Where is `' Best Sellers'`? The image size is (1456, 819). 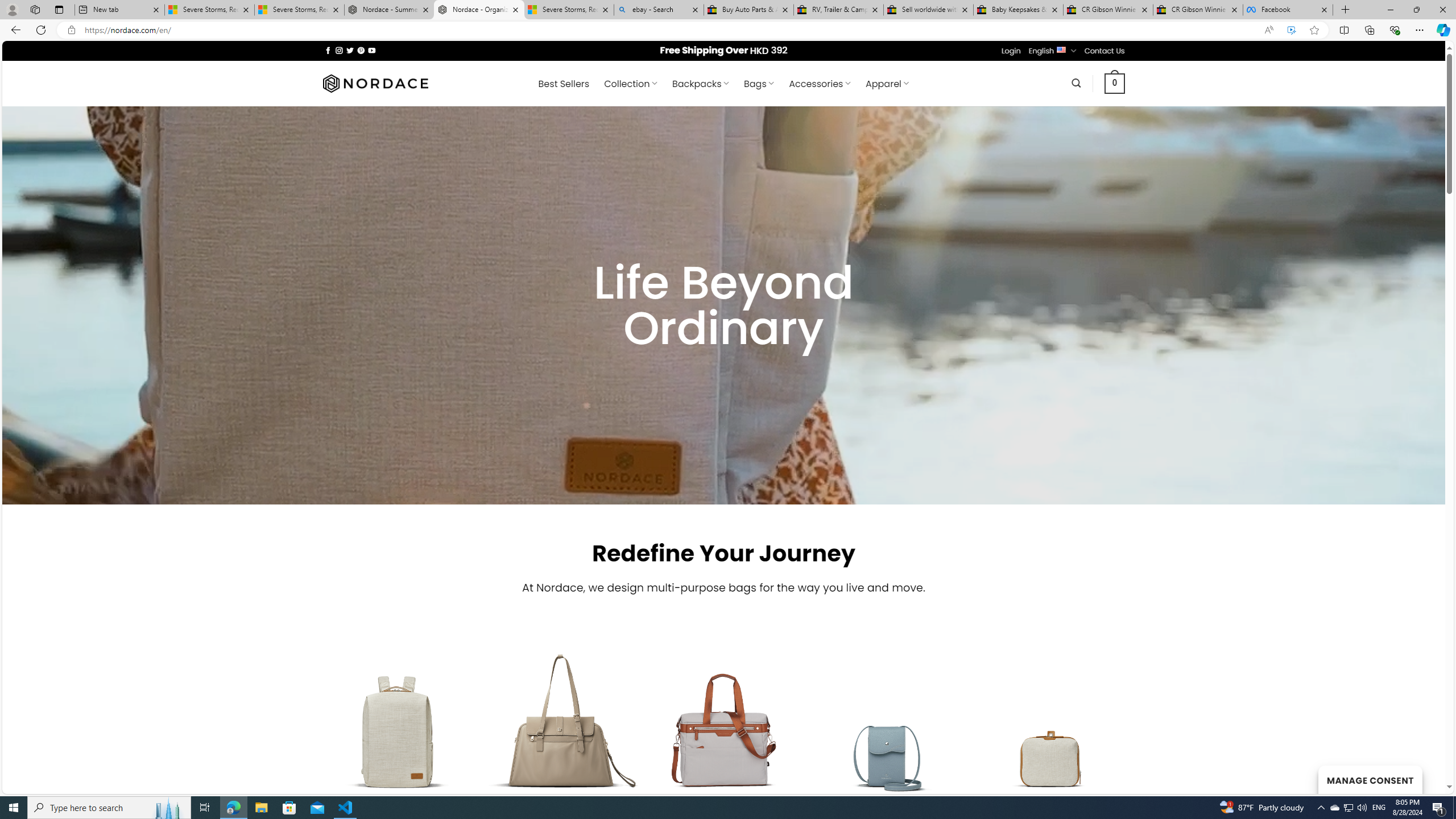
' Best Sellers' is located at coordinates (564, 83).